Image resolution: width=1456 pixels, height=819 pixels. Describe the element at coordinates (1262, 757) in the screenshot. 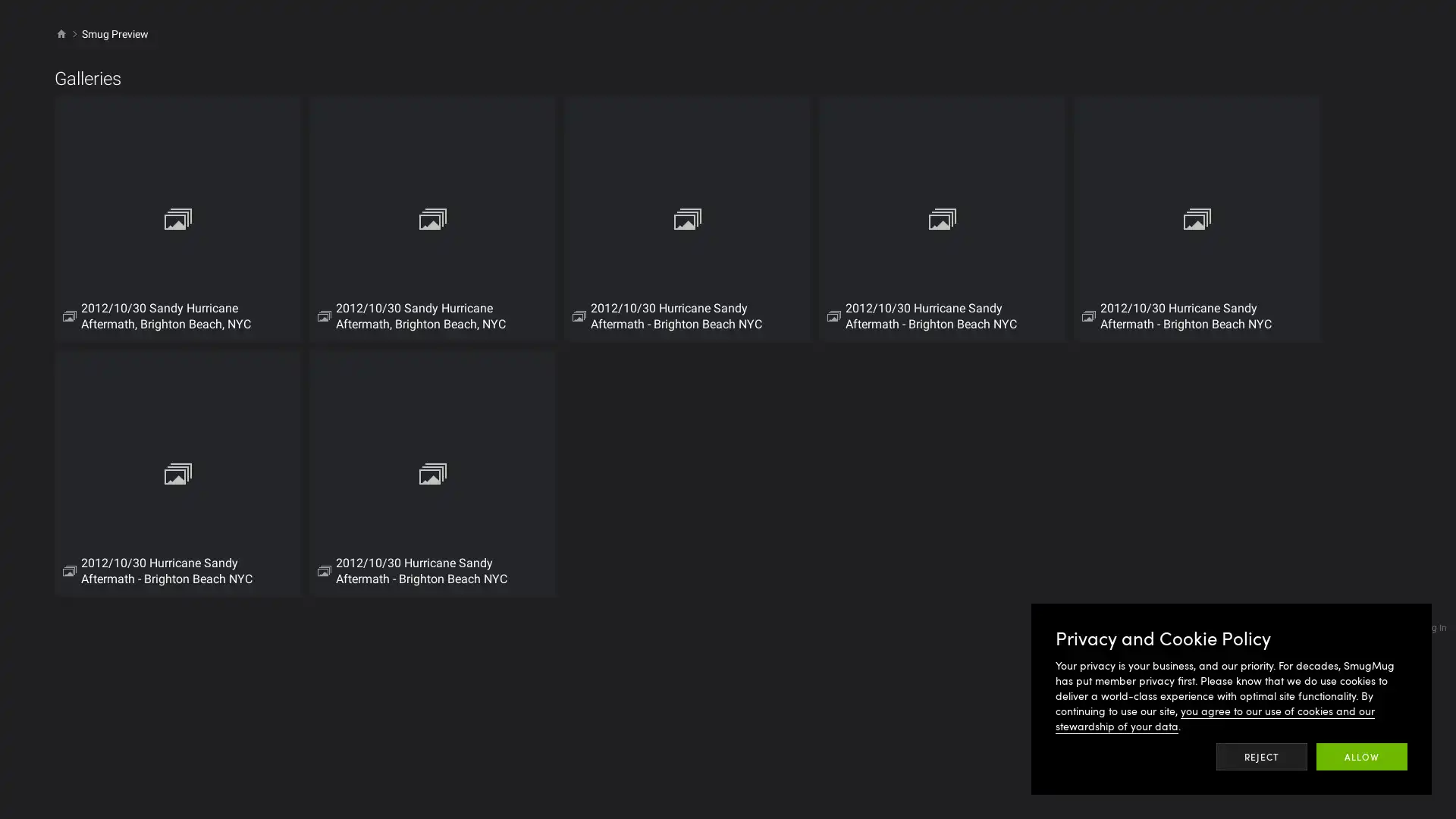

I see `REJECT` at that location.